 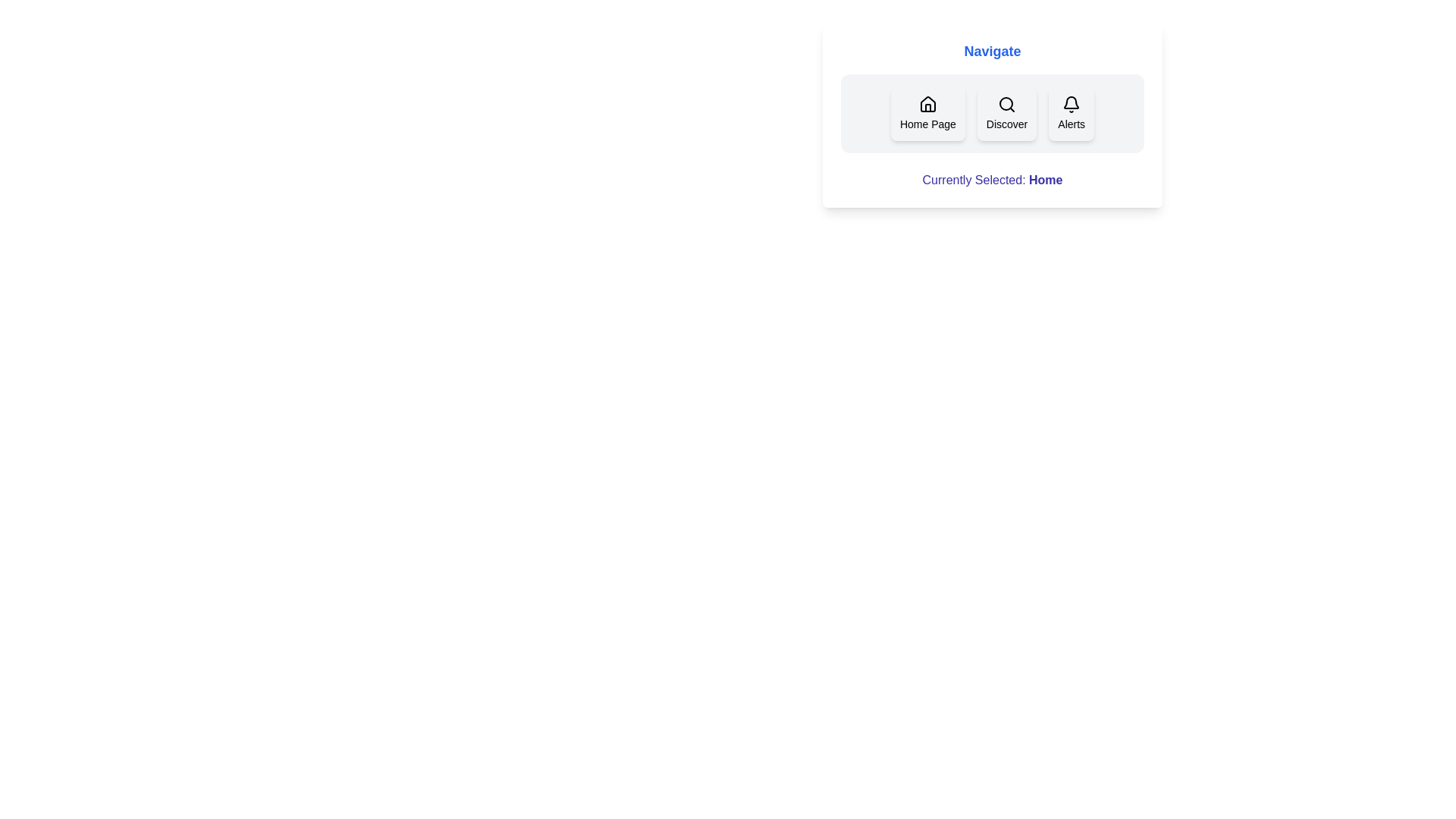 What do you see at coordinates (1071, 104) in the screenshot?
I see `the Notification Bell icon located in the 'Alerts' button group` at bounding box center [1071, 104].